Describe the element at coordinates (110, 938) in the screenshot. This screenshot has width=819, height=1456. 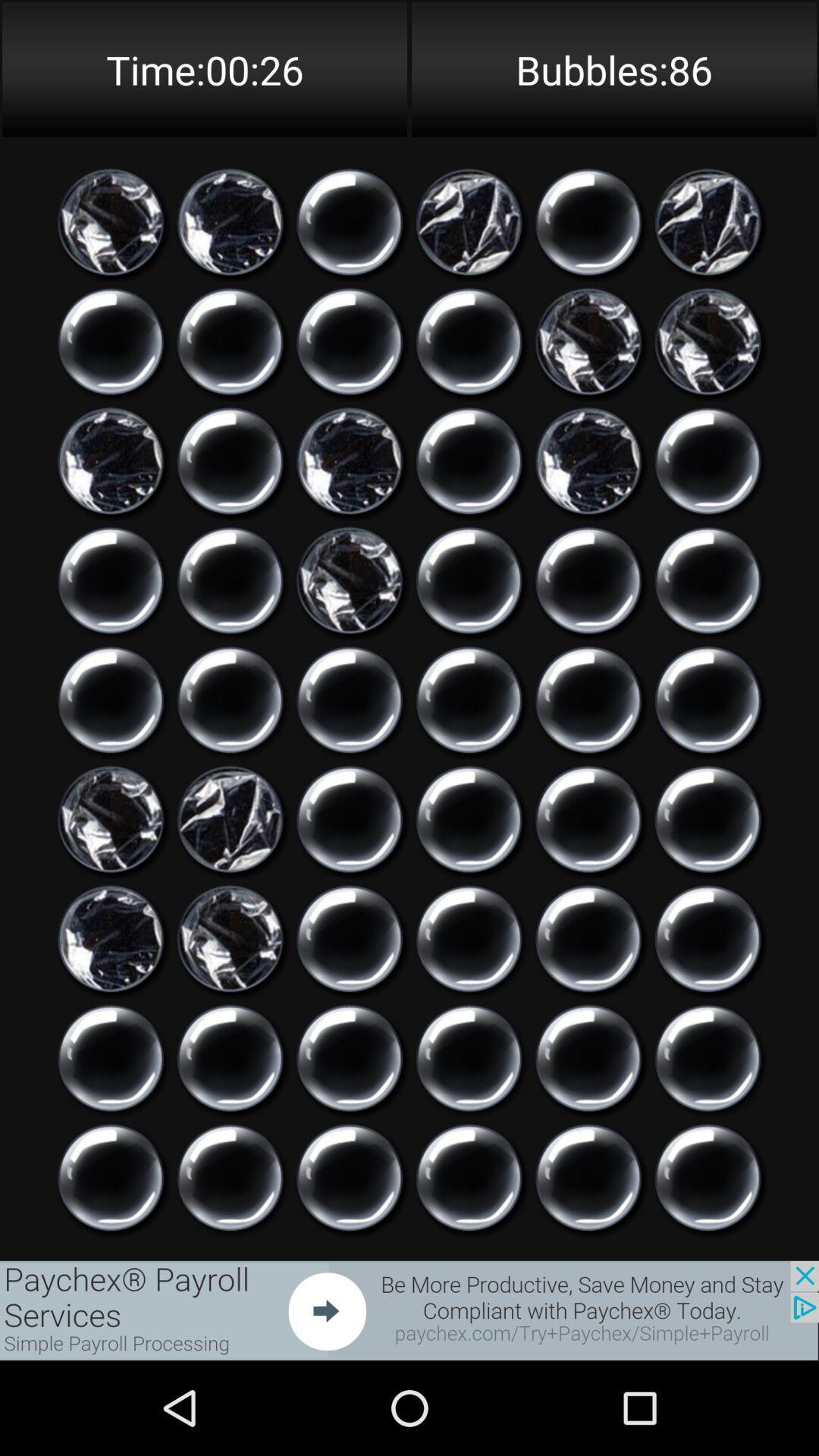
I see `burst bubble` at that location.